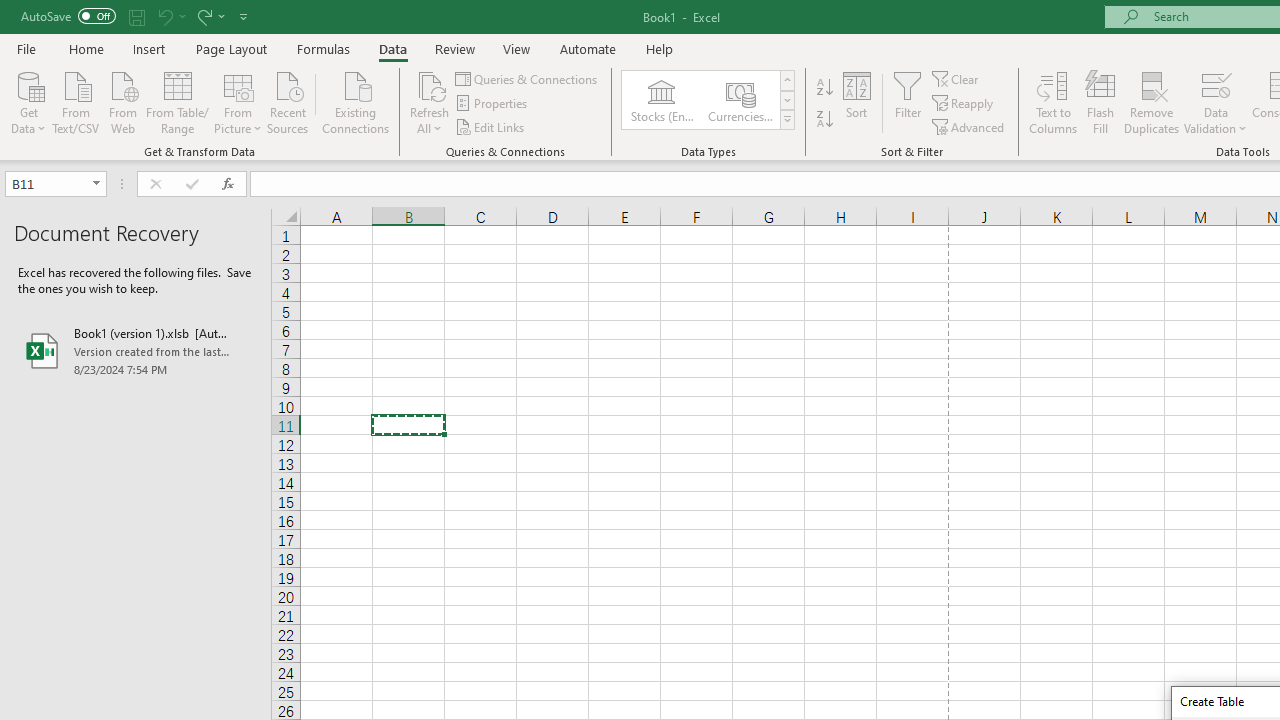  Describe the element at coordinates (956, 78) in the screenshot. I see `'Clear'` at that location.